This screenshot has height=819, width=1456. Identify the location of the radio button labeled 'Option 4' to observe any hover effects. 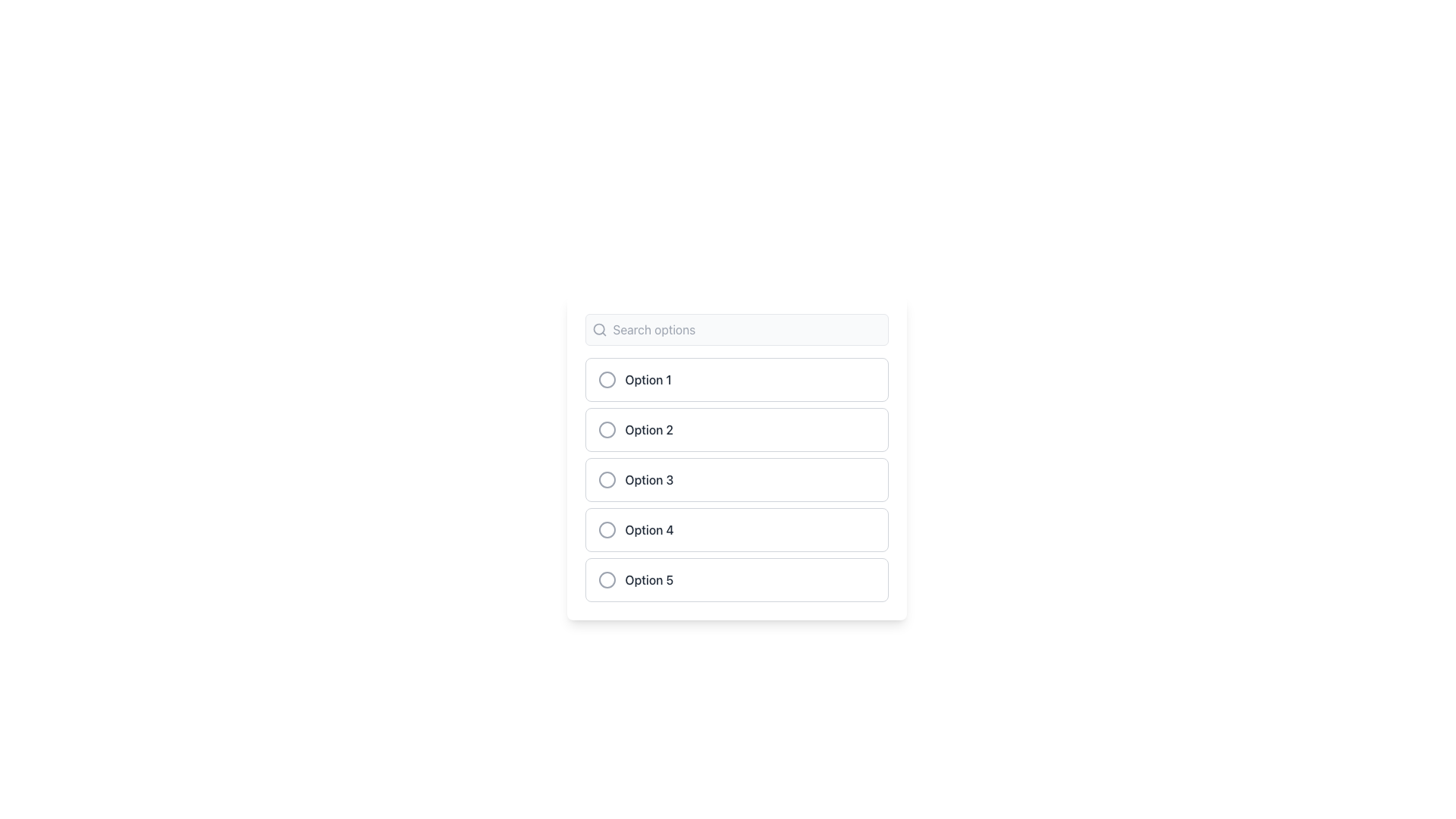
(736, 529).